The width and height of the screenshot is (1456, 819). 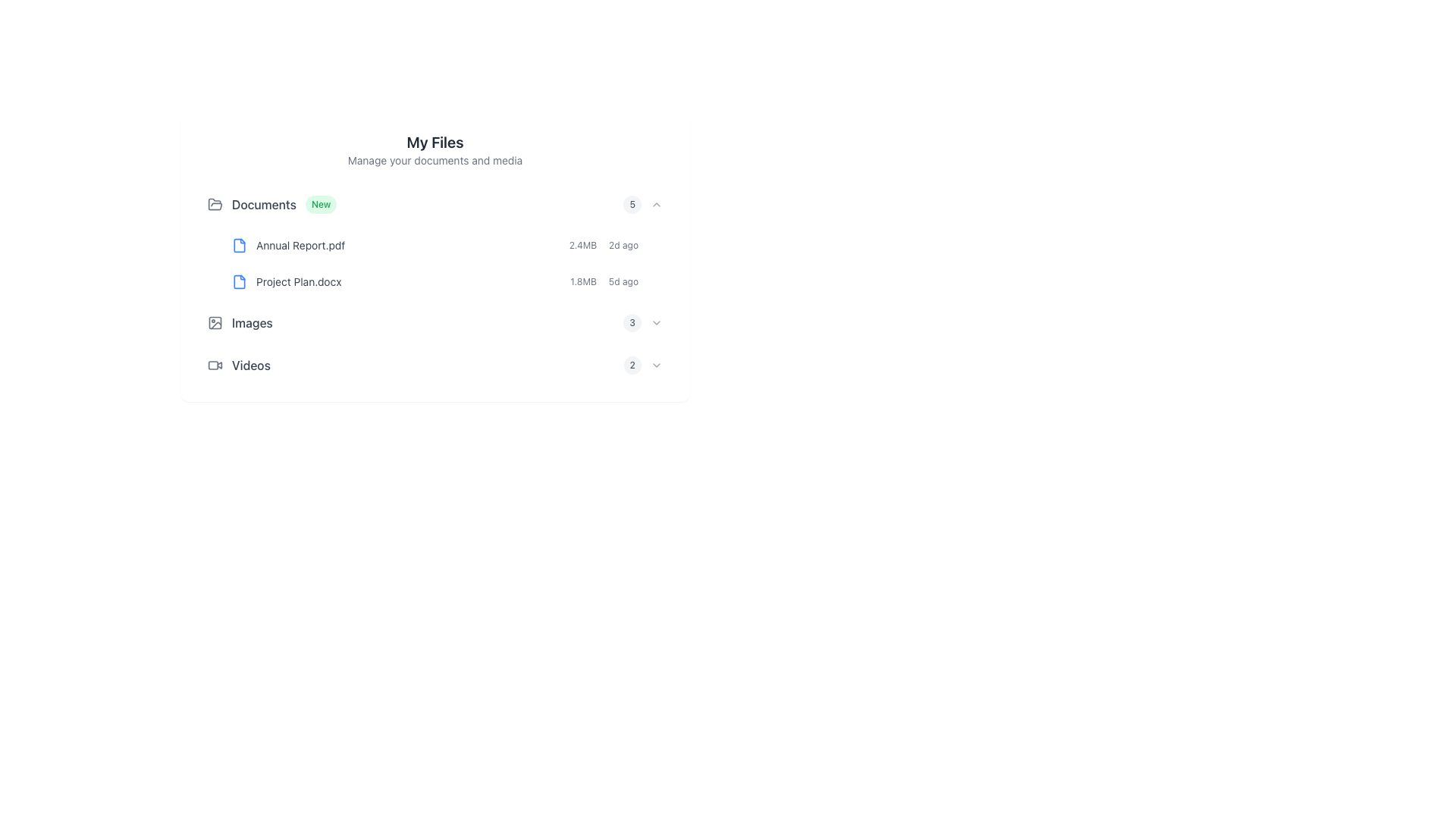 What do you see at coordinates (251, 366) in the screenshot?
I see `the text label that identifies the file category for videos, located in the bottom section of the file navigation interface under the heading 'Images'` at bounding box center [251, 366].